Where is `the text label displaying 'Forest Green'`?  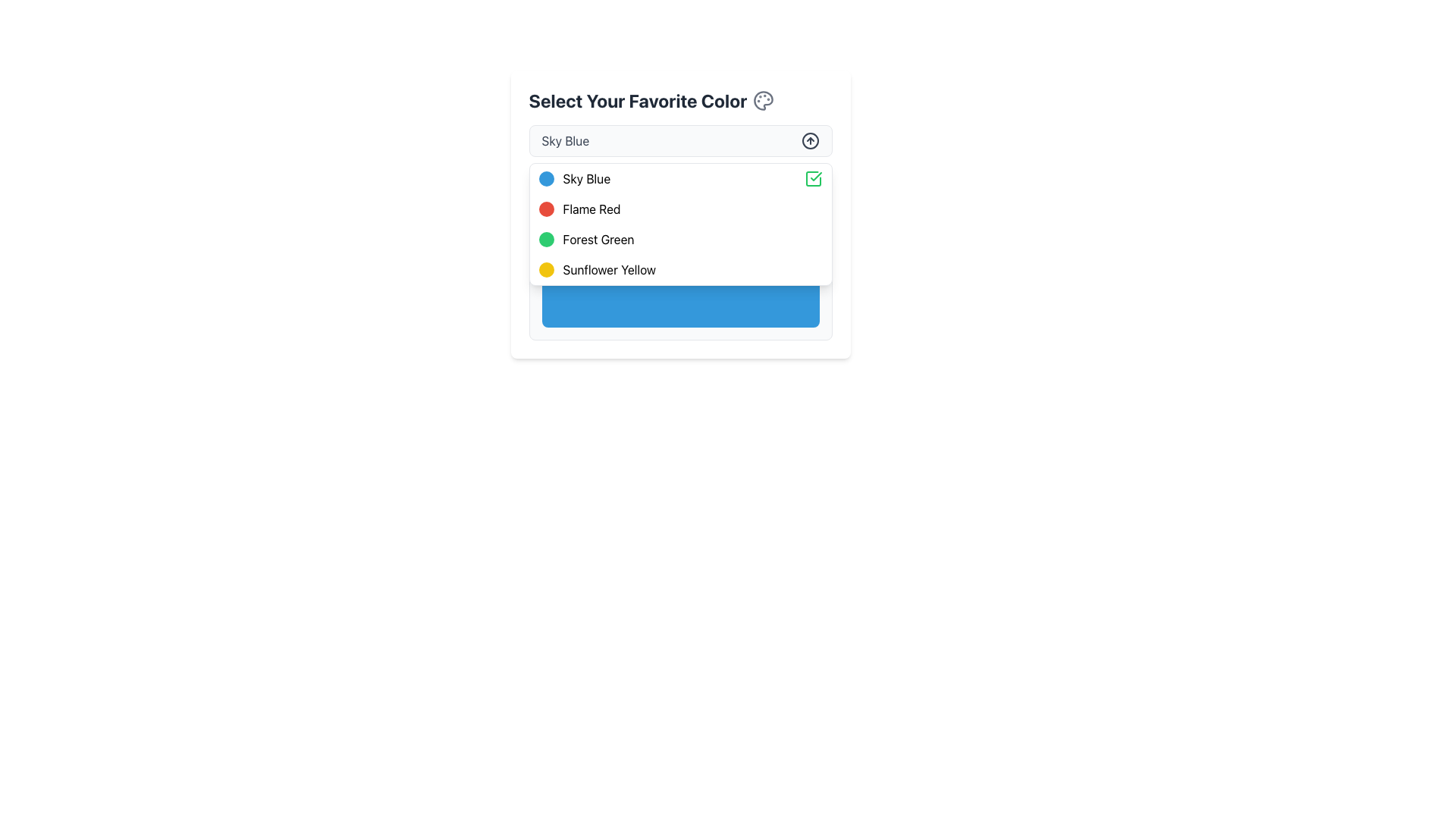 the text label displaying 'Forest Green' is located at coordinates (598, 239).